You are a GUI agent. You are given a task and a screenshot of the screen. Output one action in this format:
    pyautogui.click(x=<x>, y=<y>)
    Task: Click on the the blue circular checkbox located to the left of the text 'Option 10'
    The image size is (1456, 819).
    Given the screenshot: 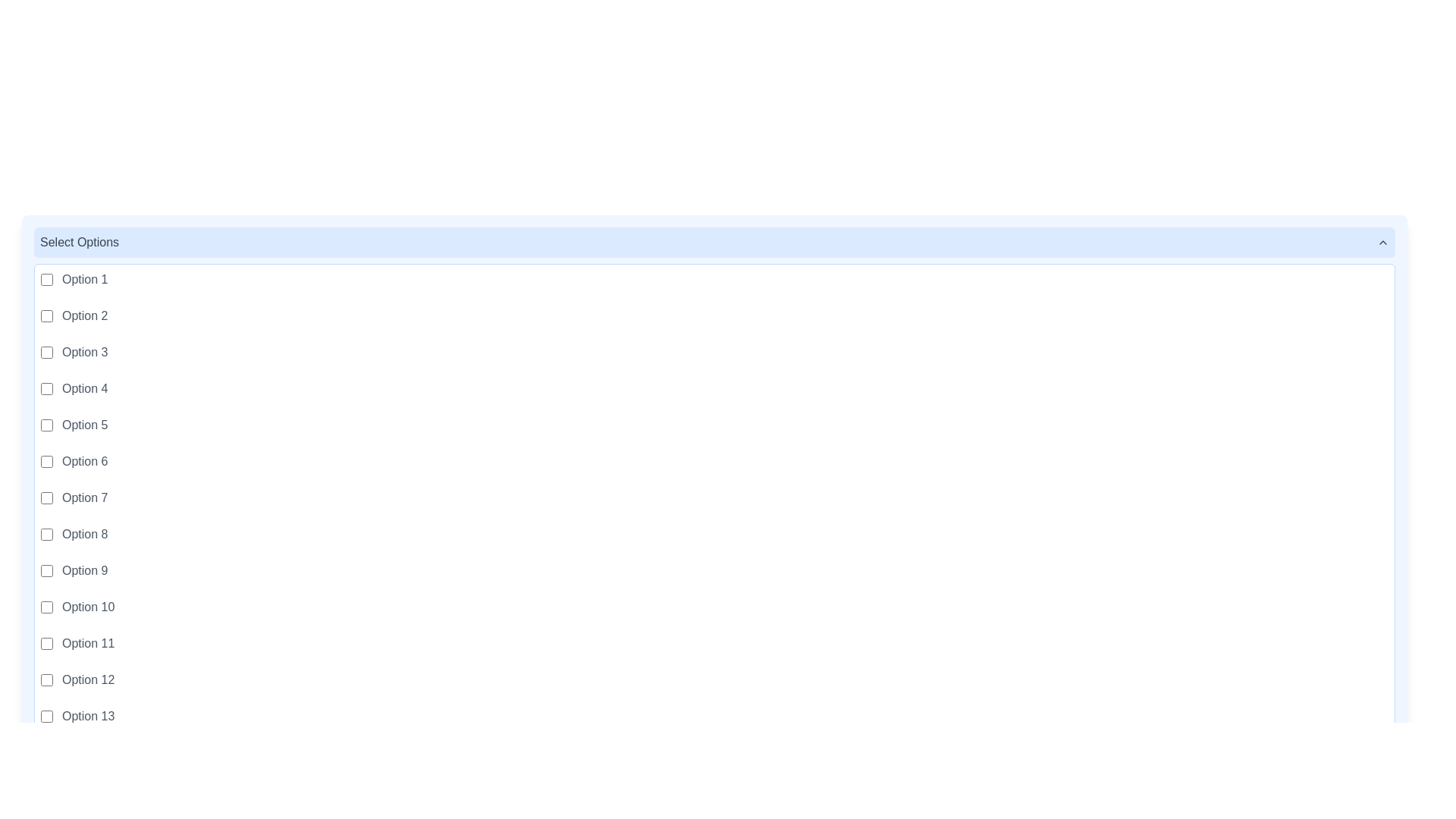 What is the action you would take?
    pyautogui.click(x=47, y=607)
    